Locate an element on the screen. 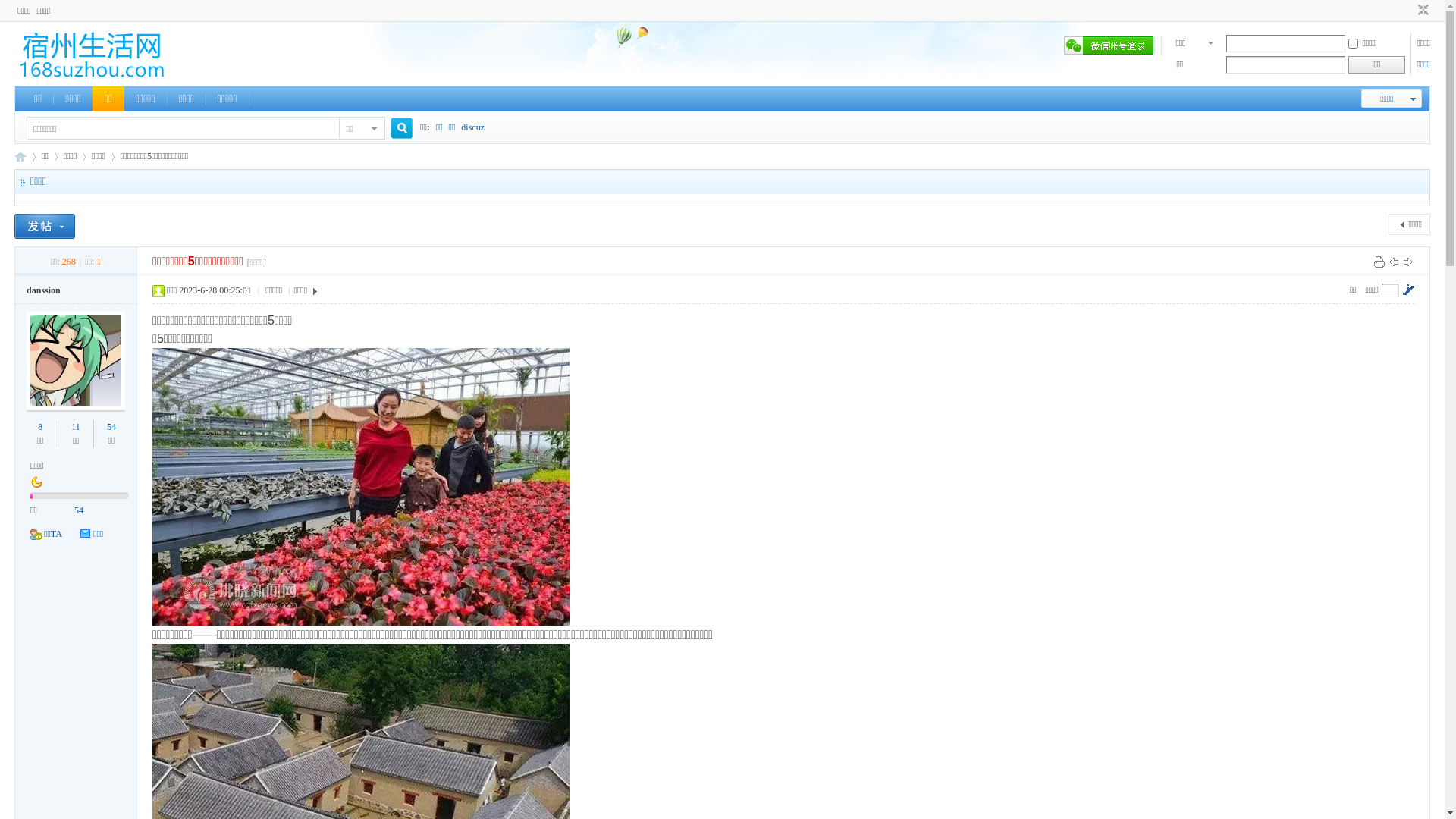  'discuz' is located at coordinates (472, 127).